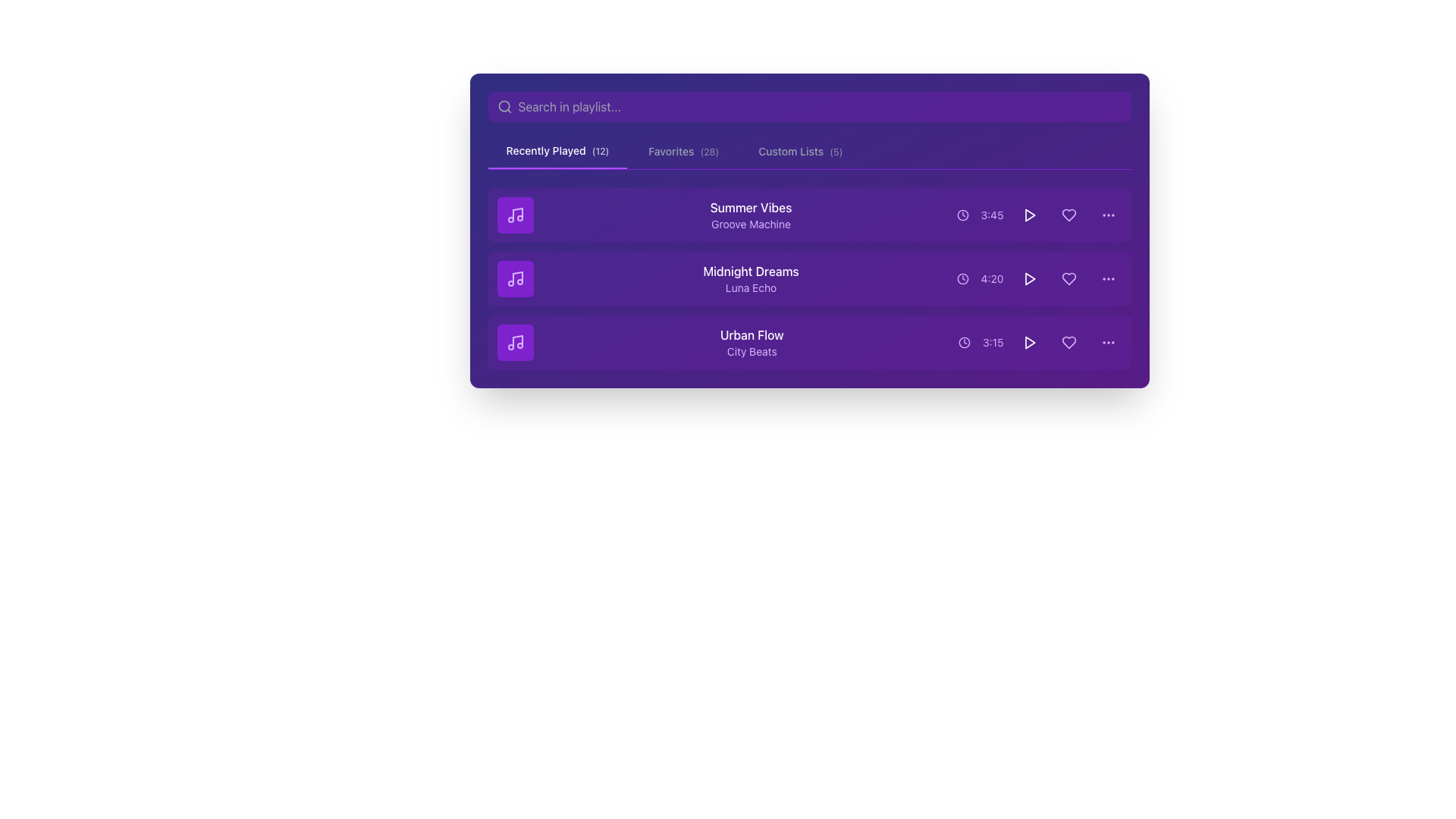 This screenshot has height=819, width=1456. What do you see at coordinates (751, 278) in the screenshot?
I see `the text display element showing the song title 'Midnight Dreams' by 'Luna Echo'` at bounding box center [751, 278].